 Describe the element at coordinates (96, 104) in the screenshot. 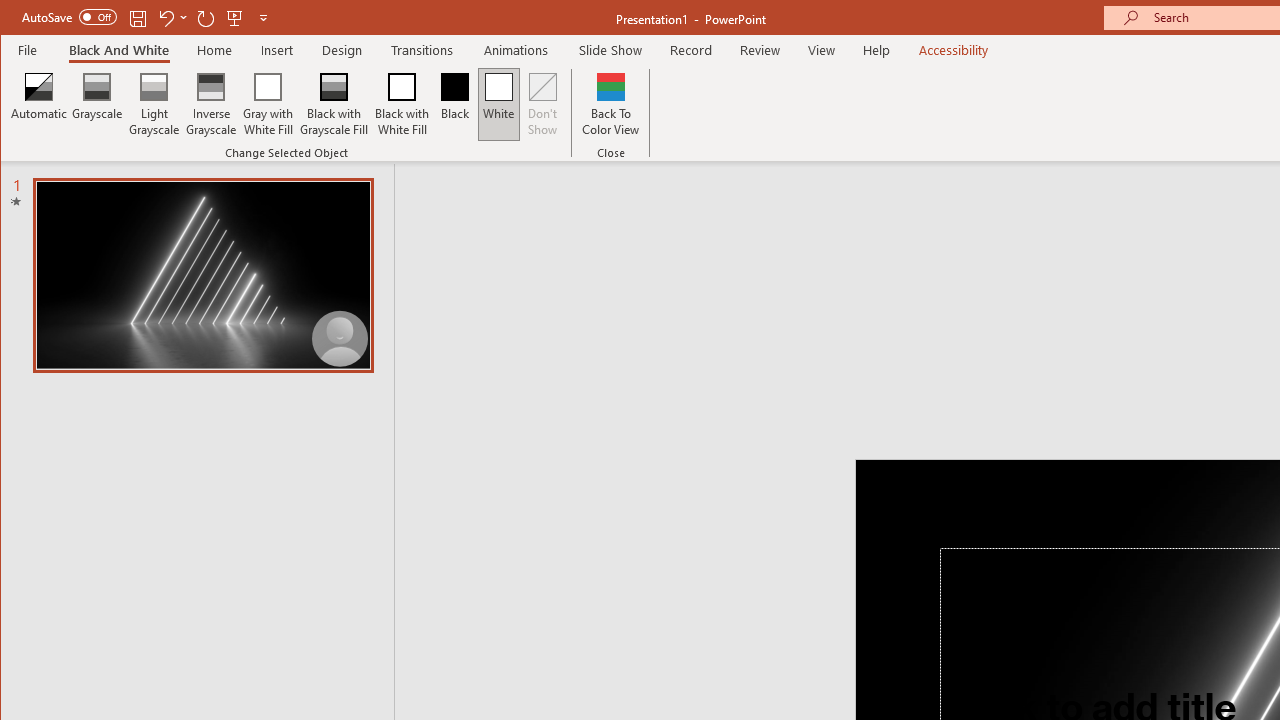

I see `'Grayscale'` at that location.